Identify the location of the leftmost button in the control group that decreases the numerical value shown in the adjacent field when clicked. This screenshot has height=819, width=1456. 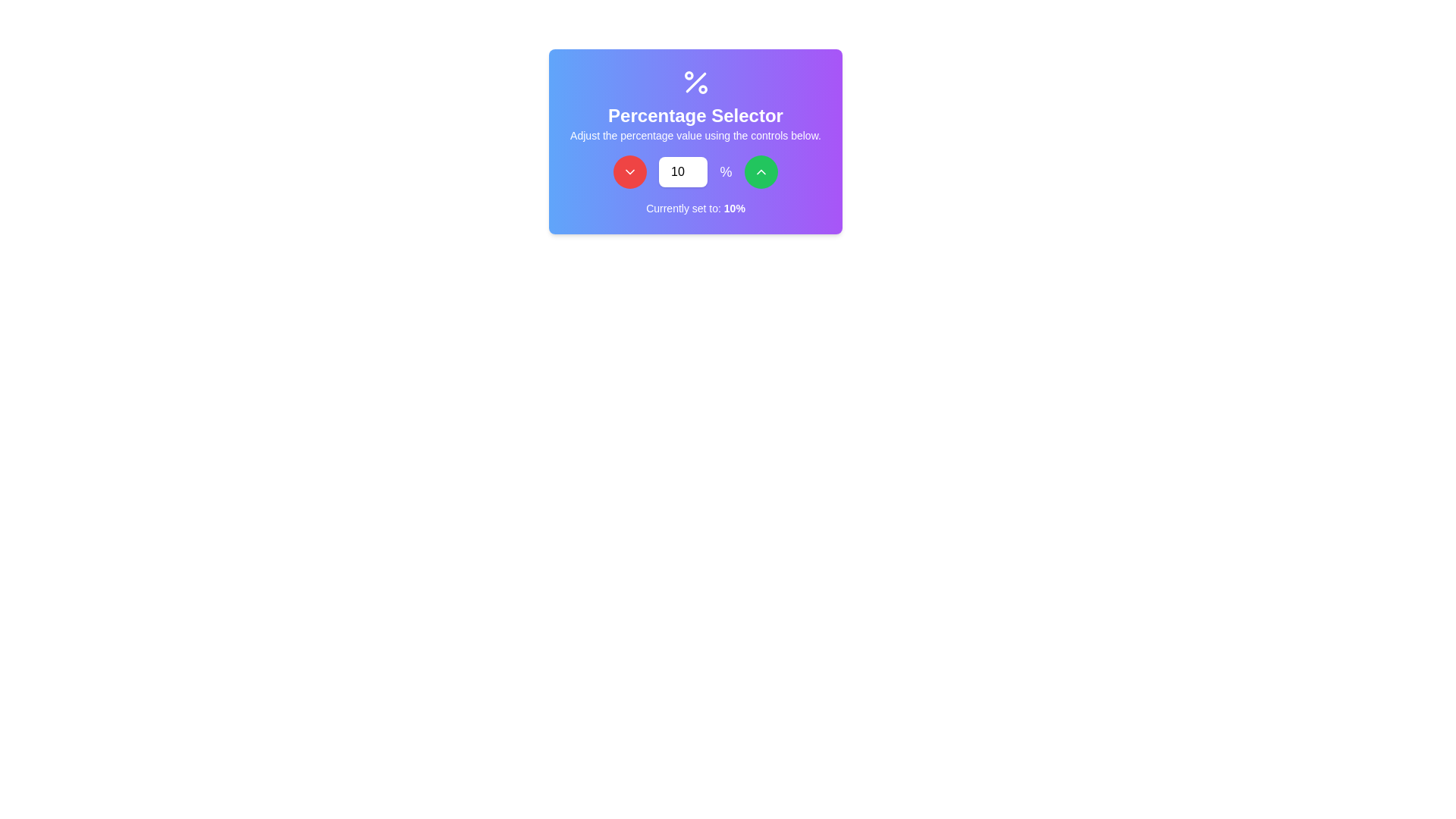
(630, 171).